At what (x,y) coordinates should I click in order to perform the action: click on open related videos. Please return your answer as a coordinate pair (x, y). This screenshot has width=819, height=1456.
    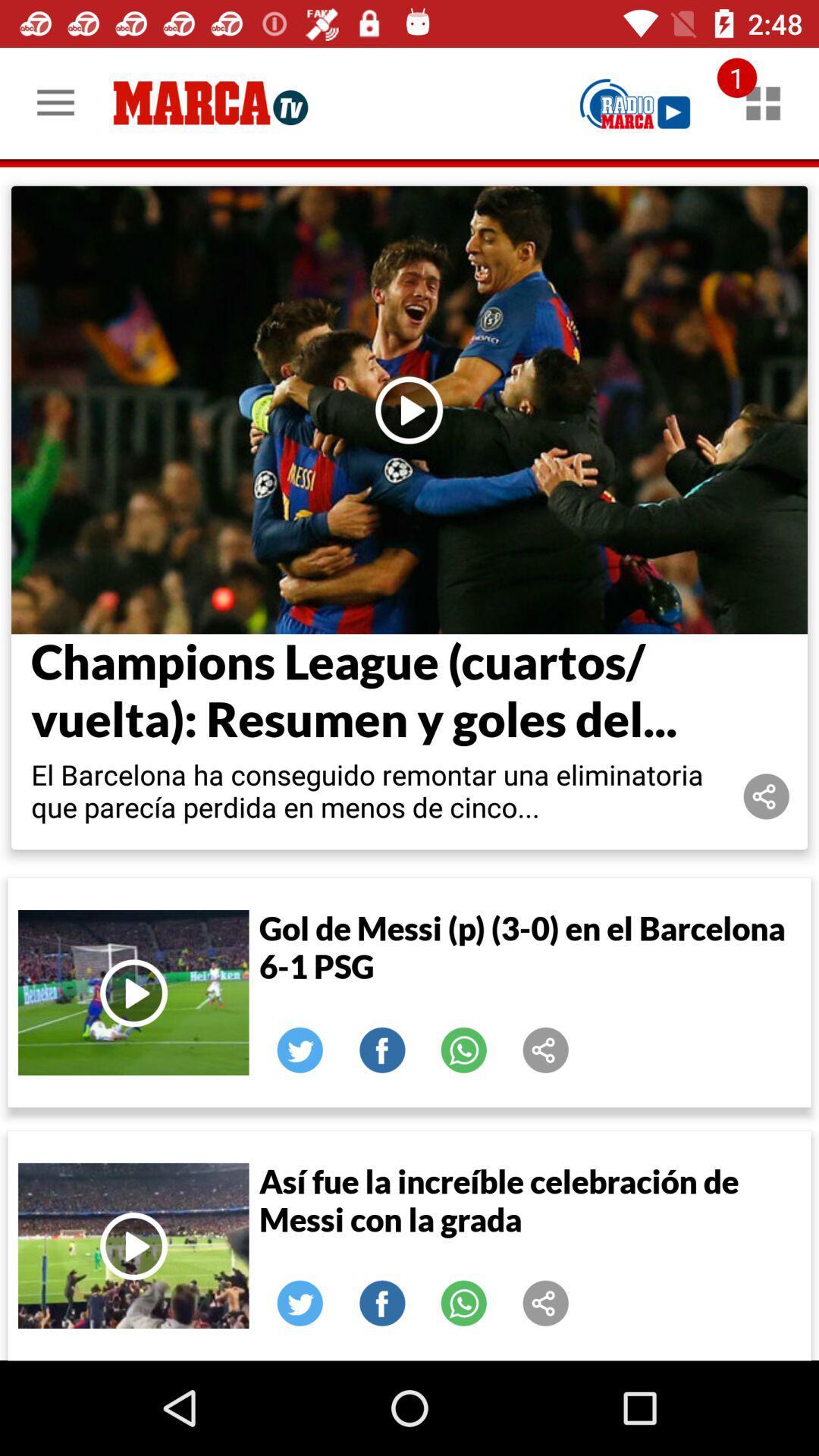
    Looking at the image, I should click on (763, 102).